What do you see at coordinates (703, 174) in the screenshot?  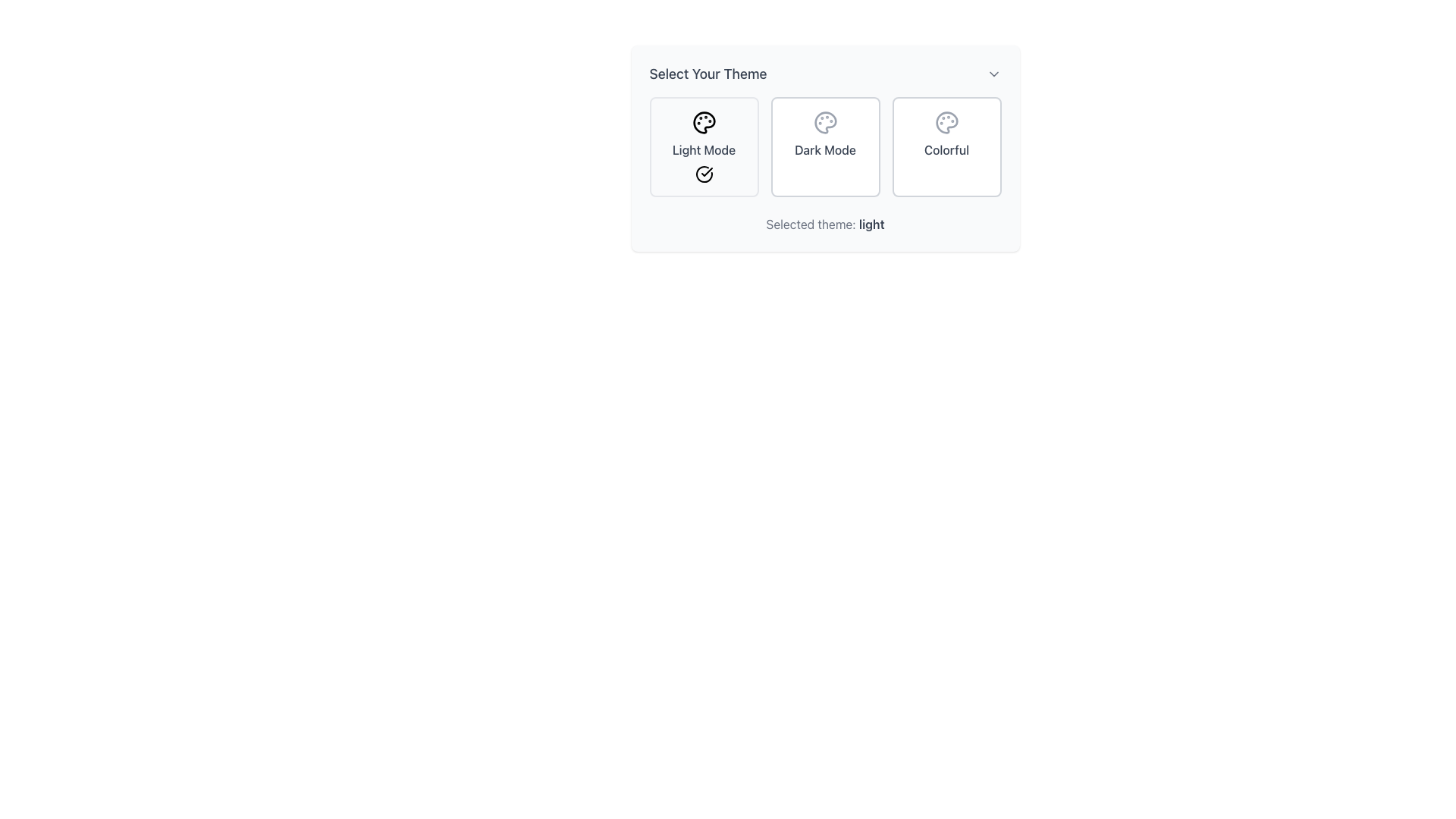 I see `the visual indication of the circular graphical icon within the 'Light Mode' button in the 'Select Your Theme' layout` at bounding box center [703, 174].